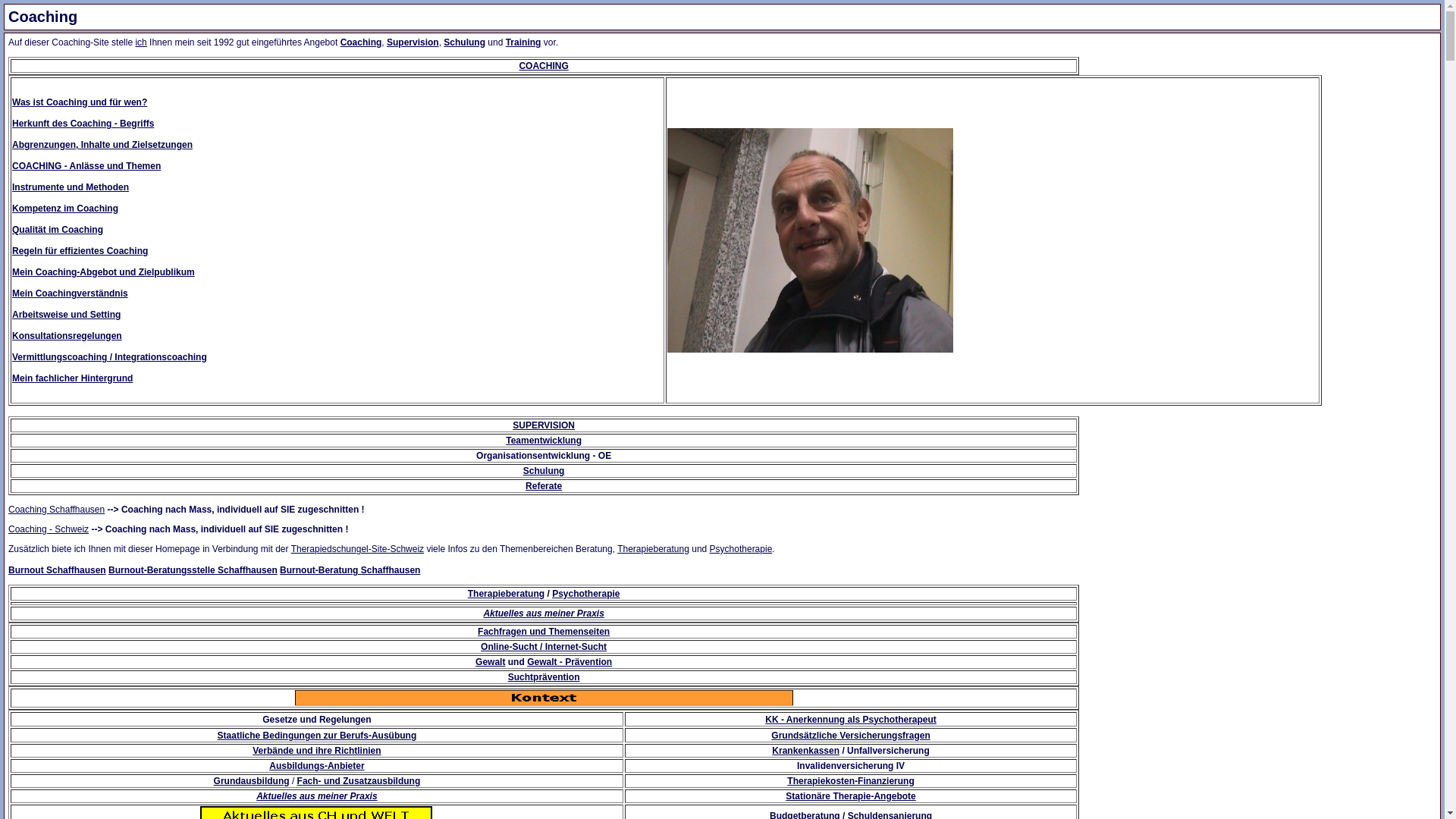 The width and height of the screenshot is (1456, 819). What do you see at coordinates (64, 208) in the screenshot?
I see `'Kompetenz im Coaching'` at bounding box center [64, 208].